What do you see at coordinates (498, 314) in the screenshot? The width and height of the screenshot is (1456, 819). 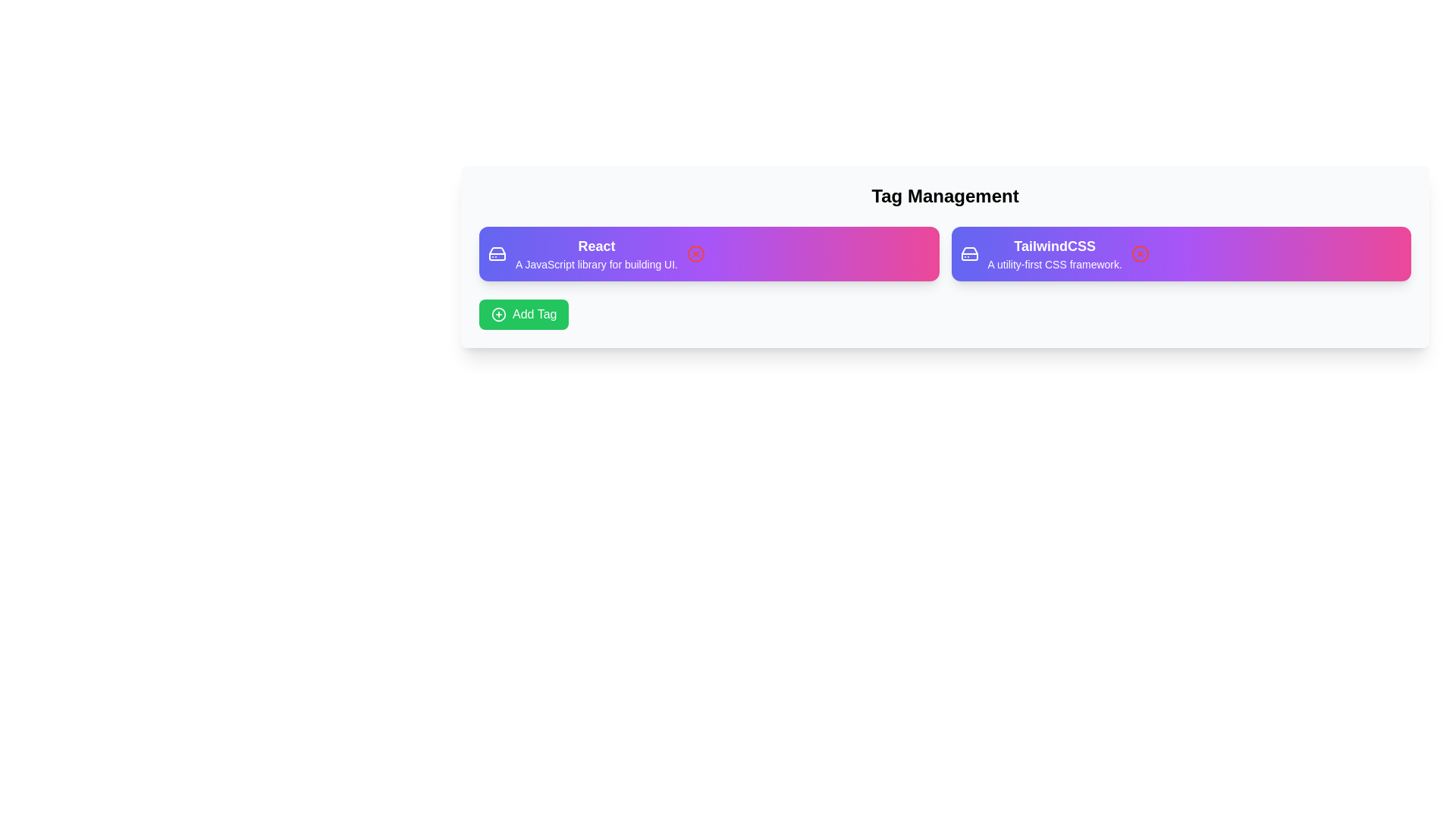 I see `the plus-circle icon located to the left of the 'Add Tag' text within the green button in the Tag Management section` at bounding box center [498, 314].